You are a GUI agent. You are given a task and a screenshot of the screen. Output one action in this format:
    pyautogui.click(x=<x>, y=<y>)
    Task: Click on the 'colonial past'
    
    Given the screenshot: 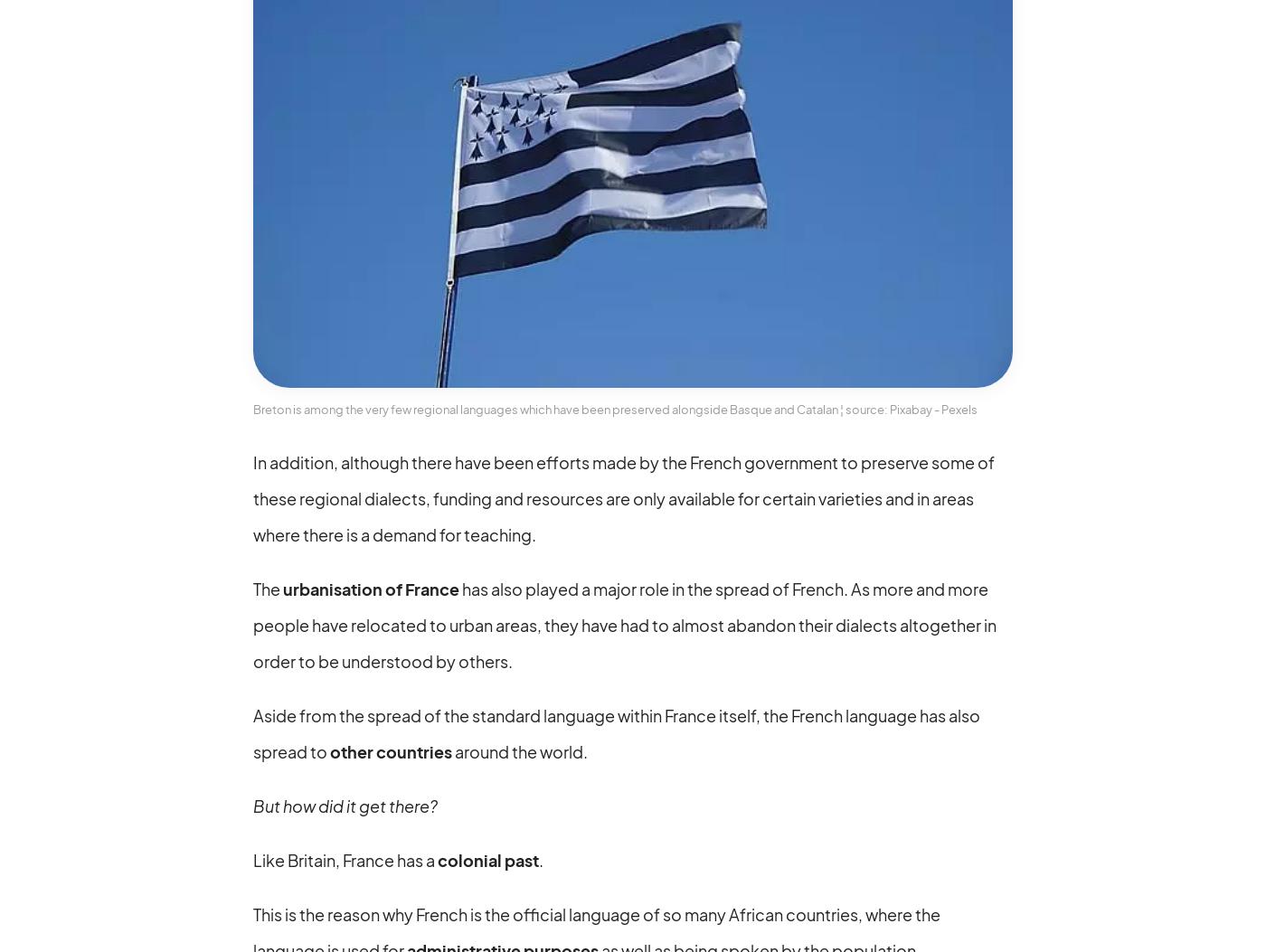 What is the action you would take?
    pyautogui.click(x=487, y=858)
    